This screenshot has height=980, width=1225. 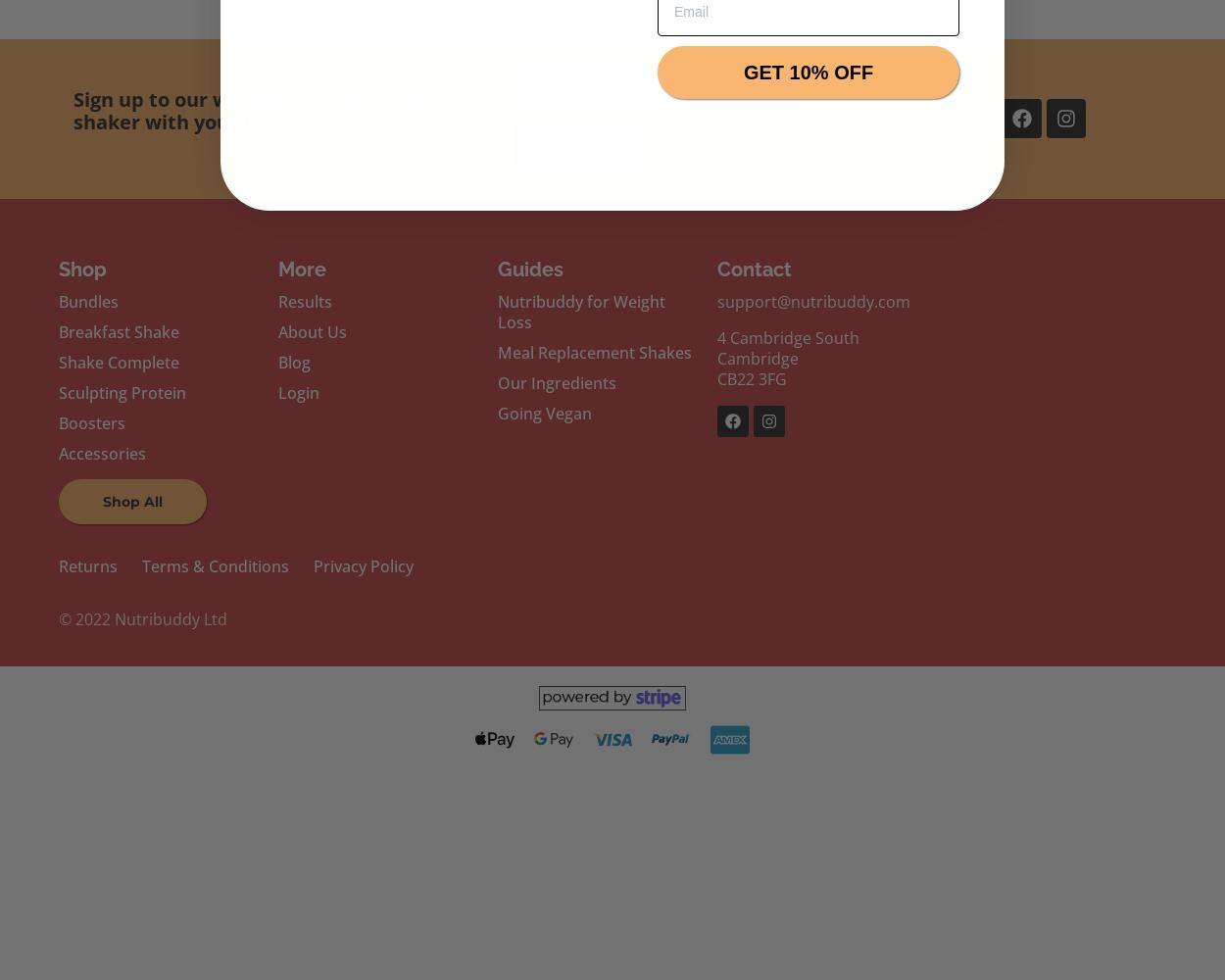 What do you see at coordinates (277, 330) in the screenshot?
I see `'About Us'` at bounding box center [277, 330].